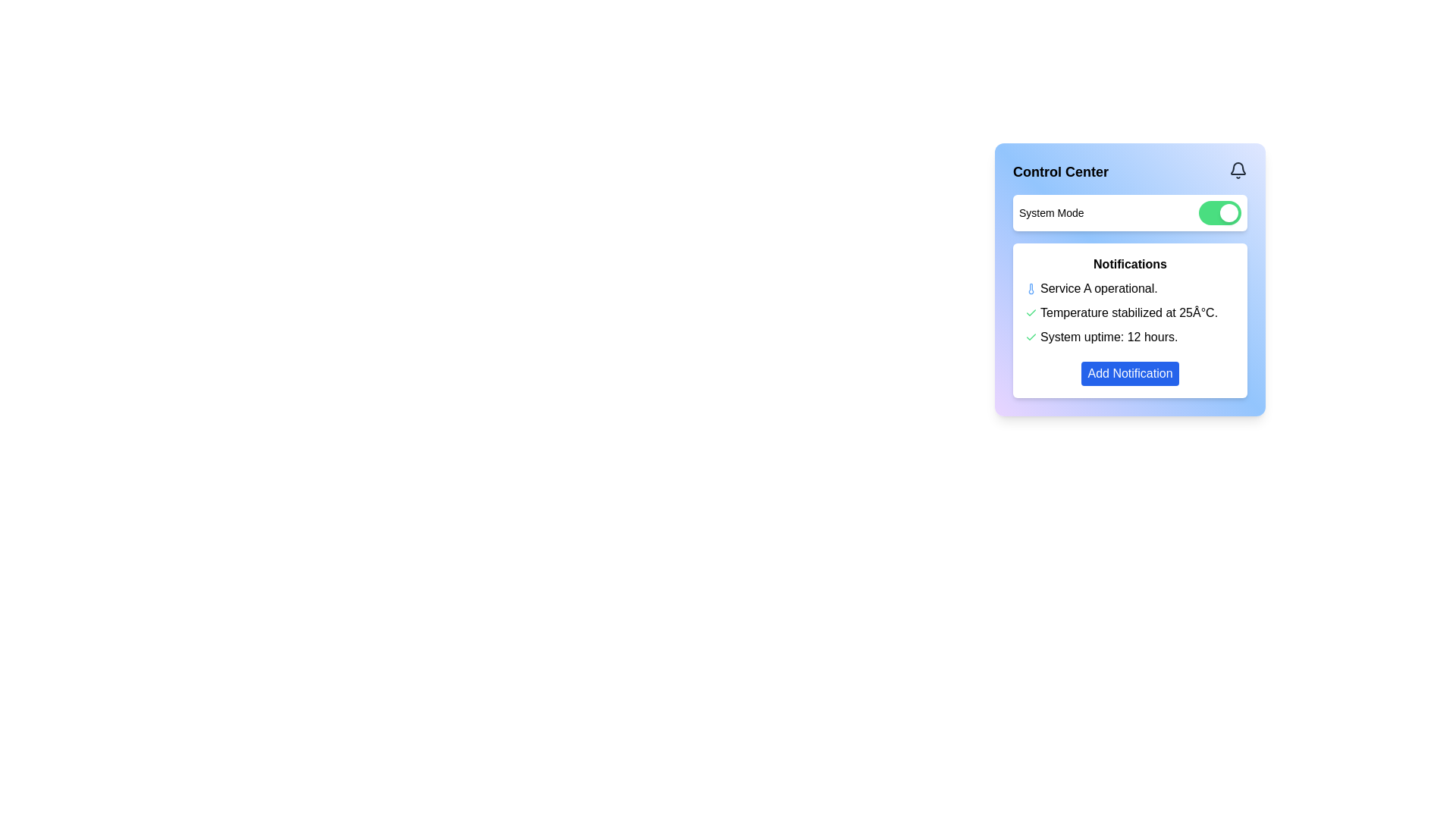 This screenshot has width=1456, height=819. I want to click on the text label displaying the system's uptime duration, so click(1130, 336).